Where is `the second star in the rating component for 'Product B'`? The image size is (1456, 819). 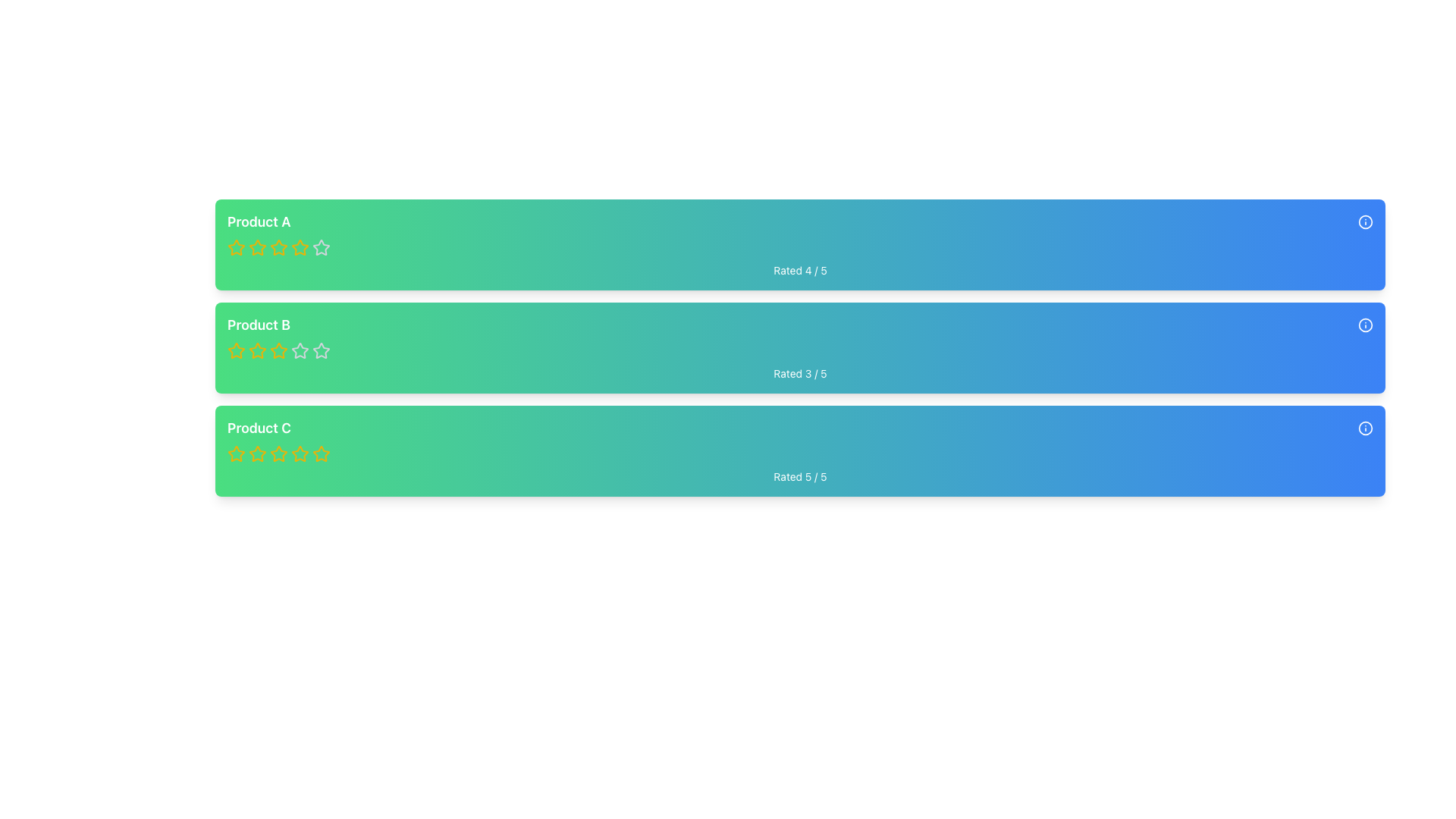
the second star in the rating component for 'Product B' is located at coordinates (279, 350).